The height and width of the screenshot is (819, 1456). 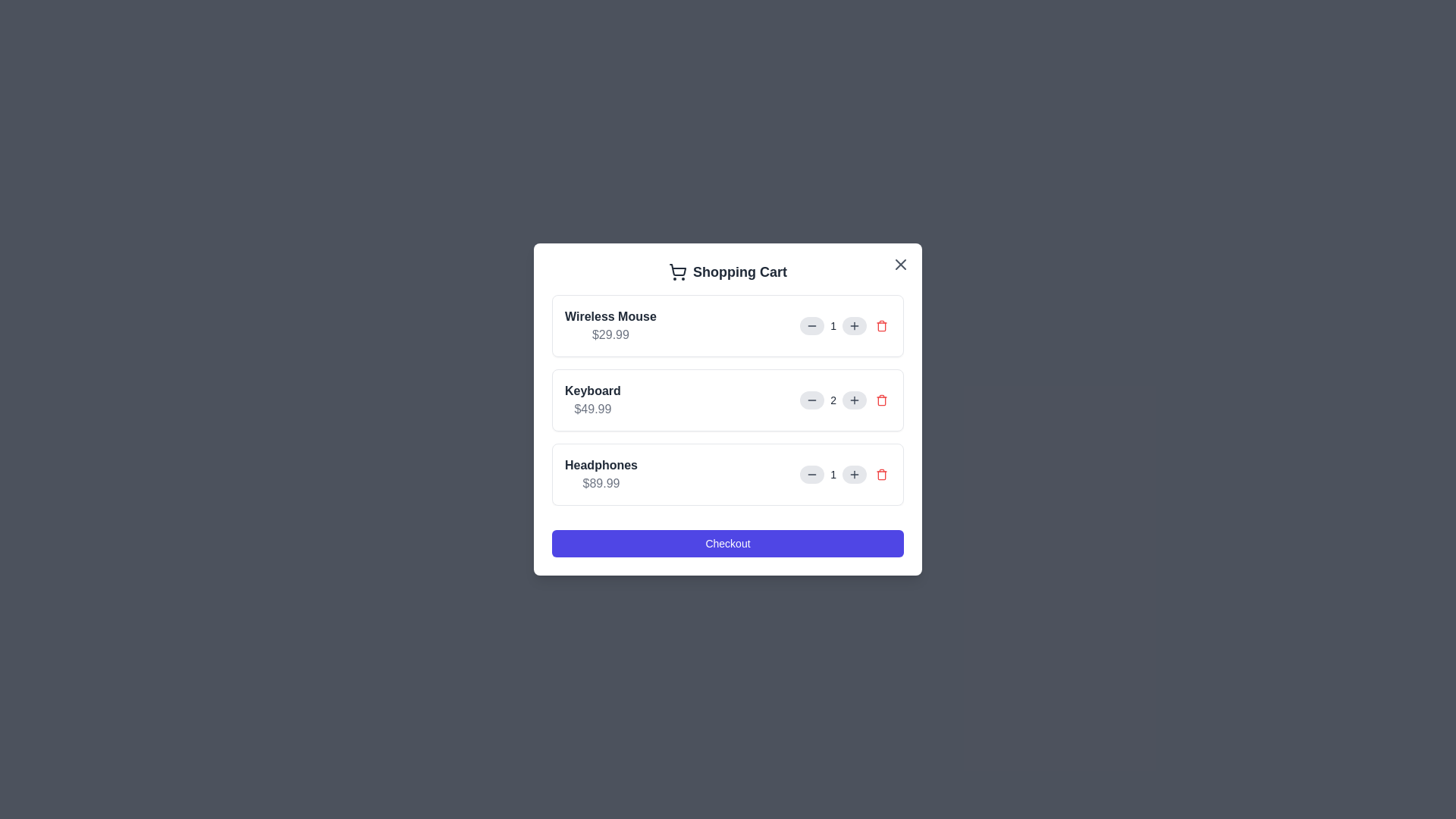 I want to click on the circular '+' button with a light gray background that is located to the right of the numerical label '2' in the shopping cart interface, so click(x=855, y=400).